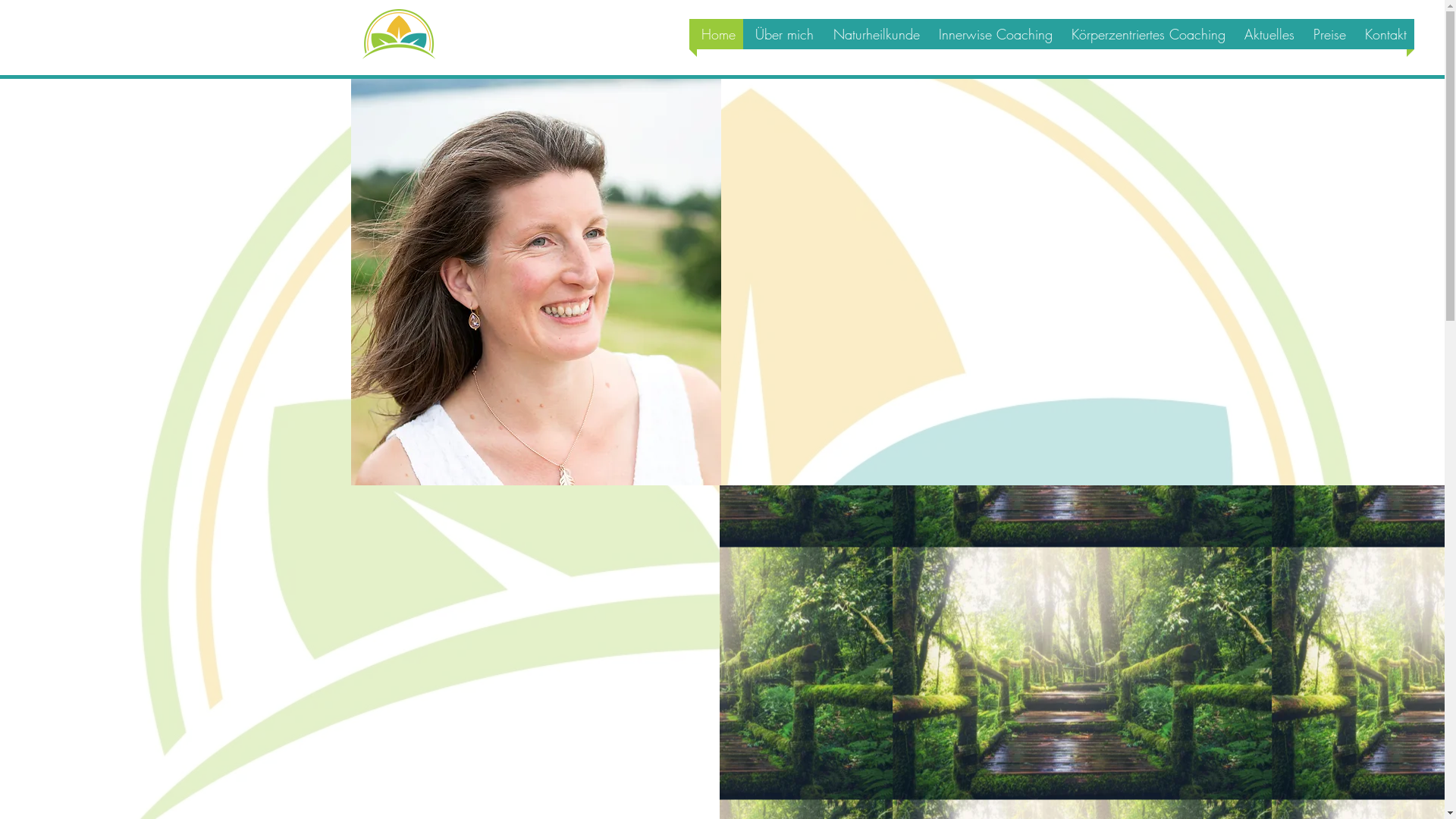 This screenshot has width=1456, height=819. What do you see at coordinates (1383, 34) in the screenshot?
I see `'Kontakt'` at bounding box center [1383, 34].